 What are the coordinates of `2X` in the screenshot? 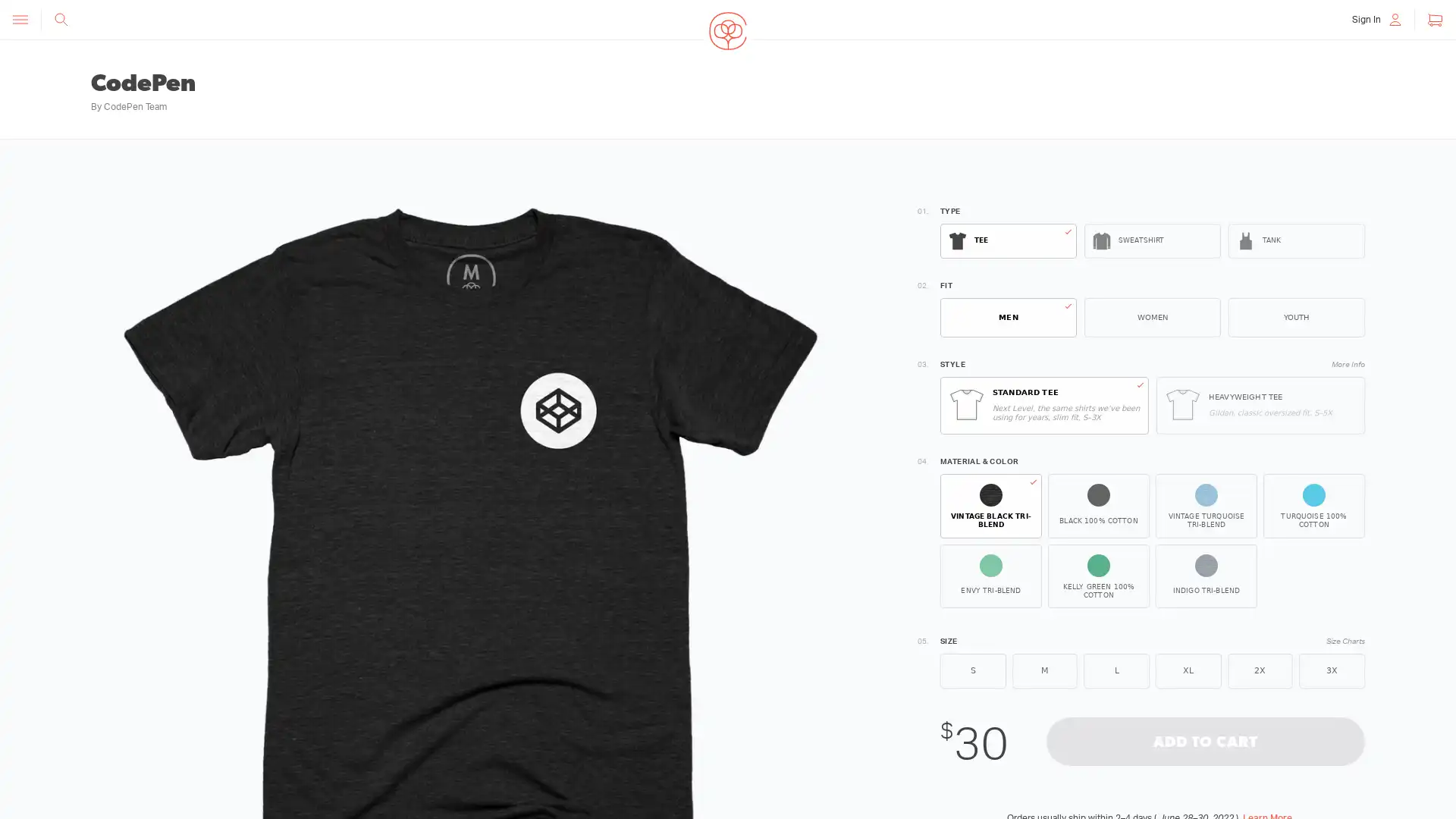 It's located at (1260, 670).